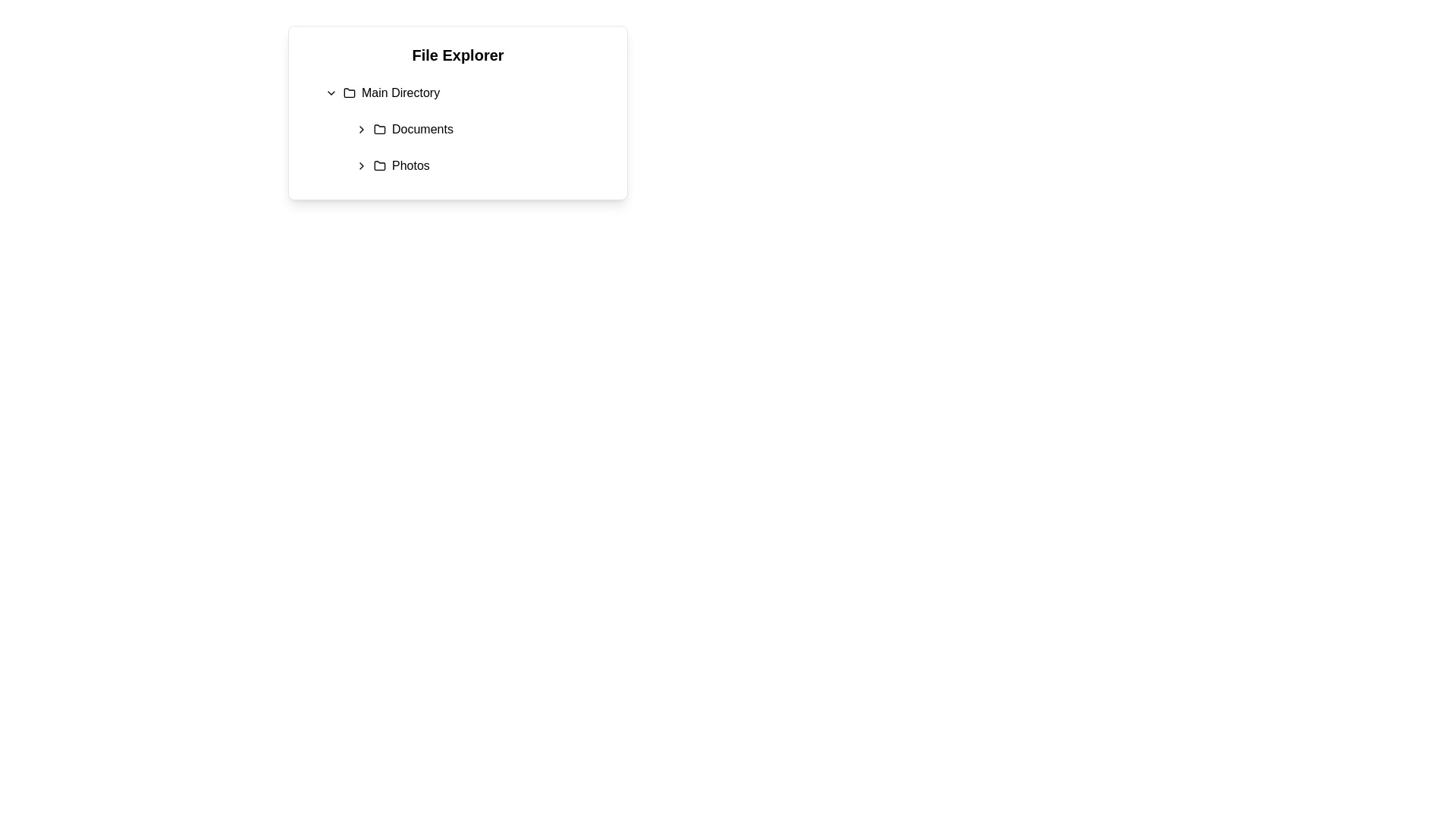 This screenshot has height=819, width=1456. Describe the element at coordinates (400, 93) in the screenshot. I see `the 'Main Directory' text label in the File Explorer interface` at that location.